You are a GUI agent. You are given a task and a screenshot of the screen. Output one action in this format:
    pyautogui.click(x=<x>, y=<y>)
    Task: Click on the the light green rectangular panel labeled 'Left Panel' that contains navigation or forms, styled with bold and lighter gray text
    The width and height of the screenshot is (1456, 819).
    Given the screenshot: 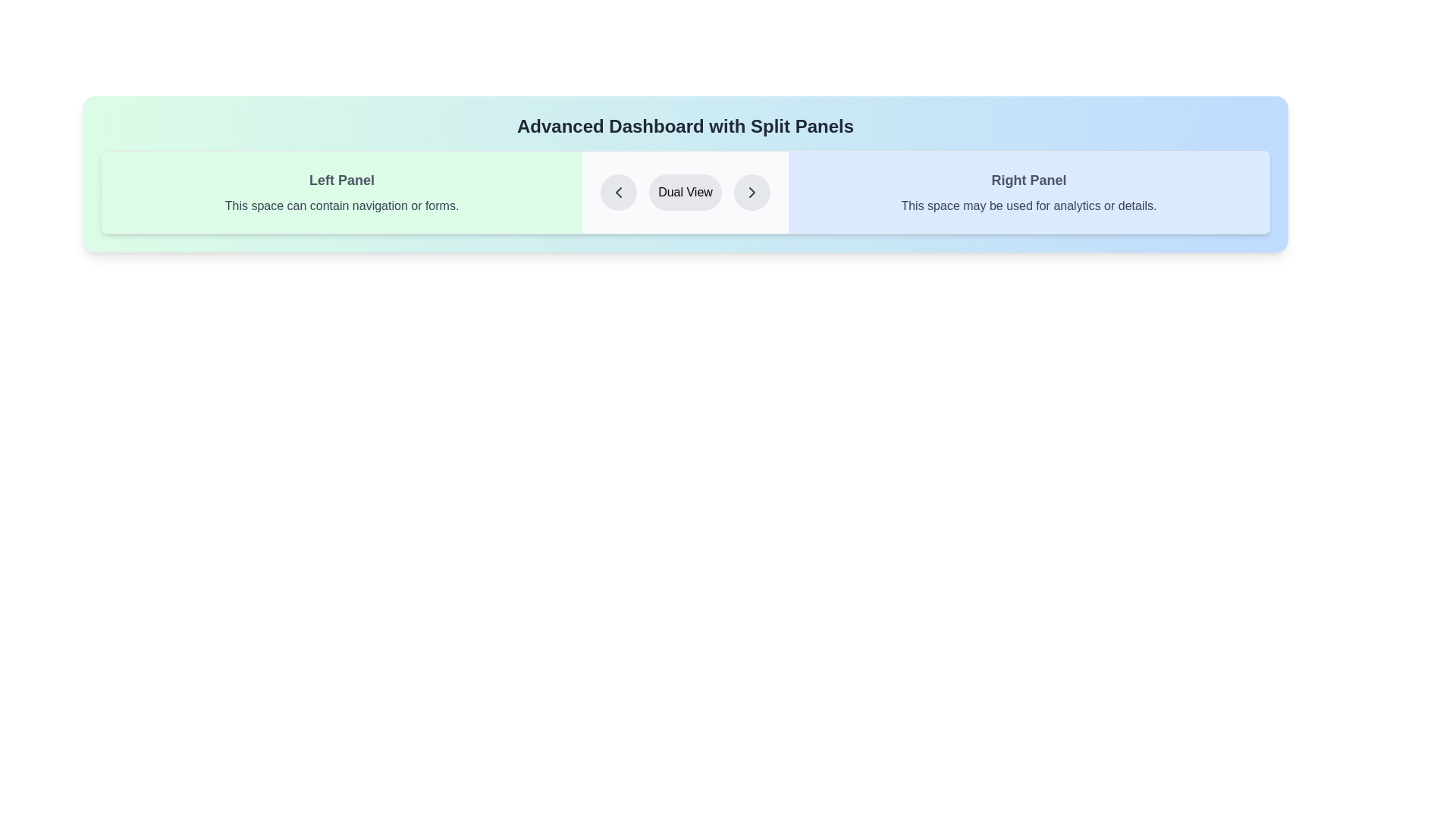 What is the action you would take?
    pyautogui.click(x=341, y=192)
    